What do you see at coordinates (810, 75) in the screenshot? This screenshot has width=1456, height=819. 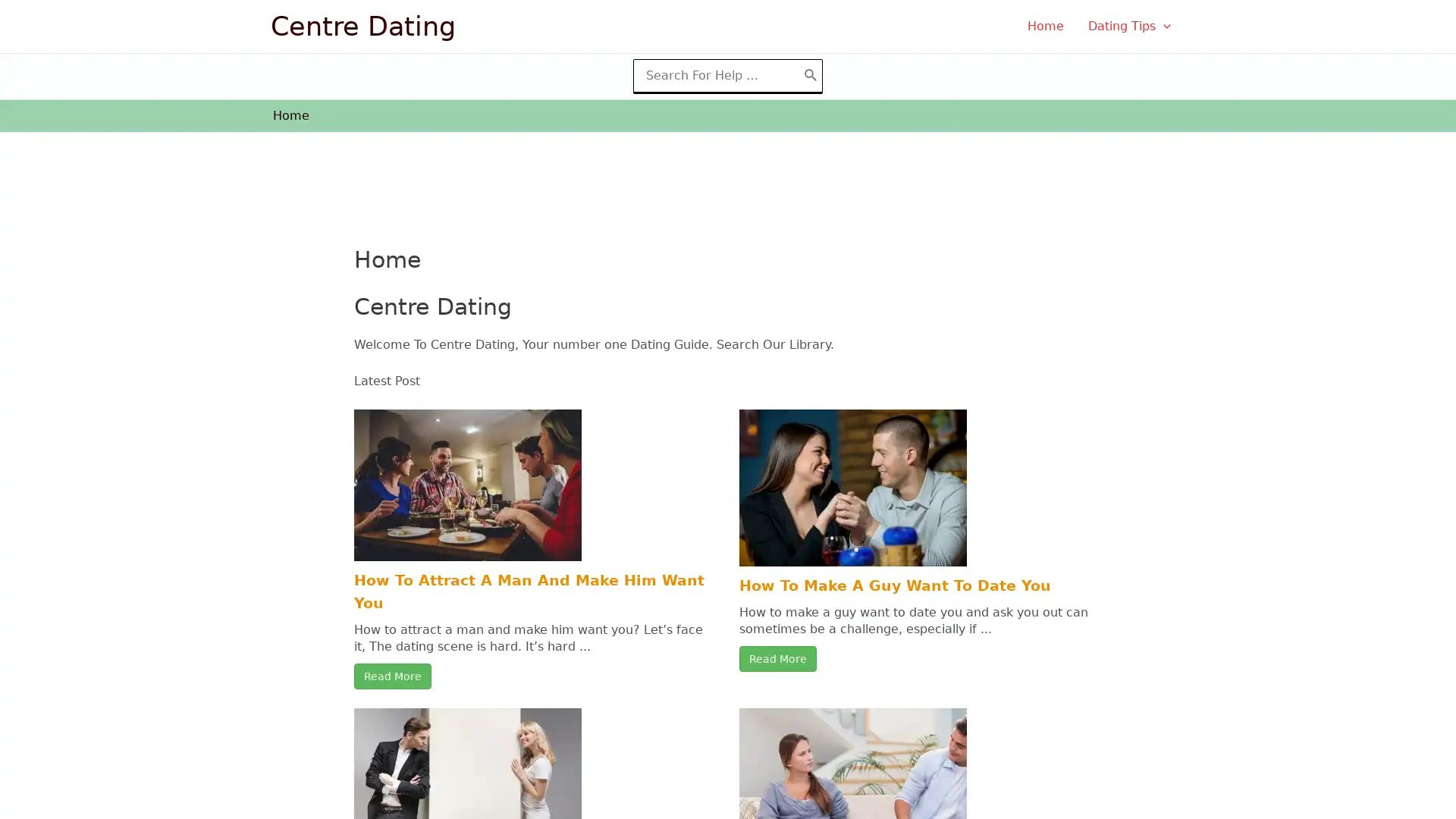 I see `Search` at bounding box center [810, 75].